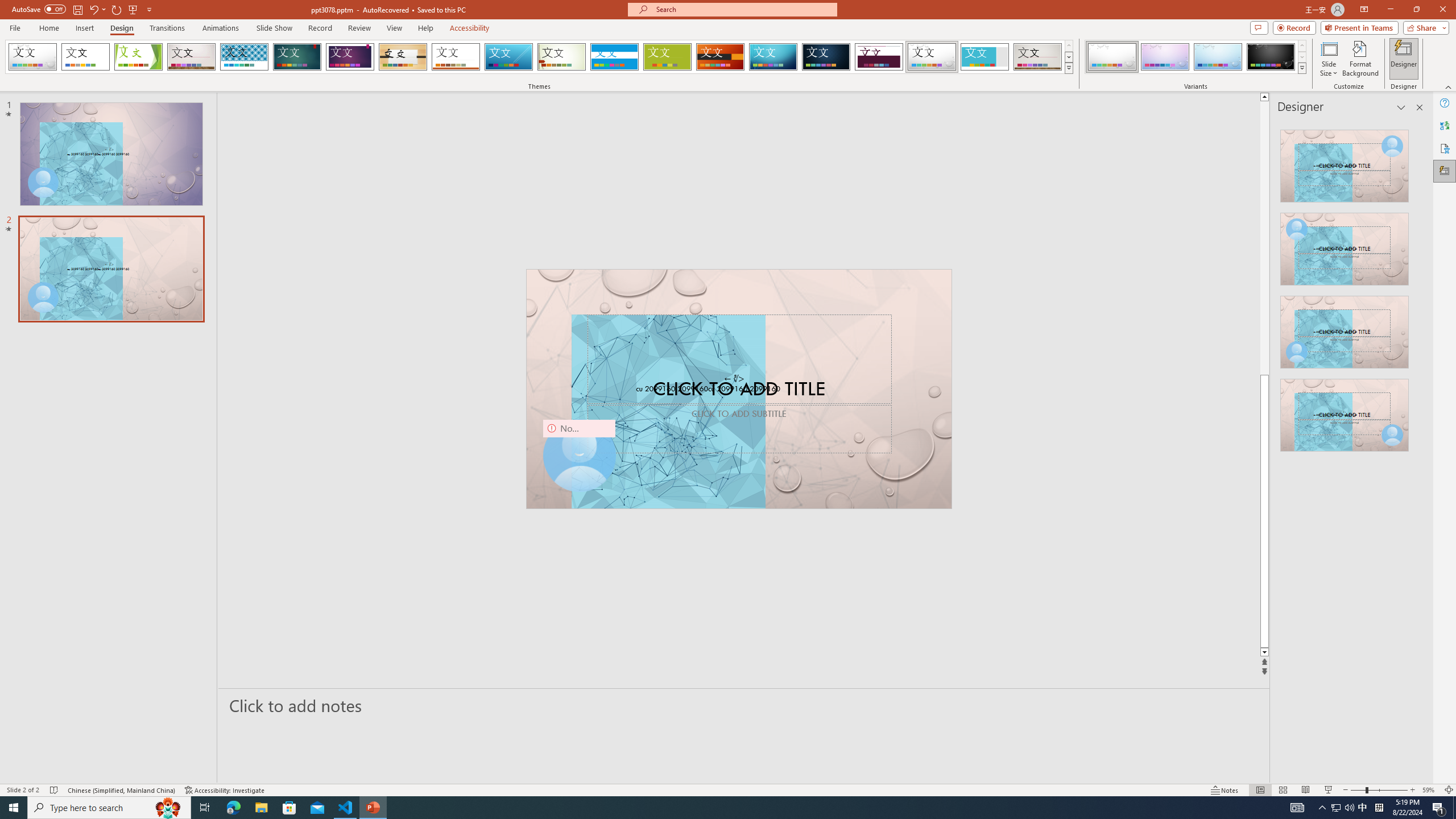 The image size is (1456, 819). I want to click on 'AutomationID: SlideThemesGallery', so click(539, 56).